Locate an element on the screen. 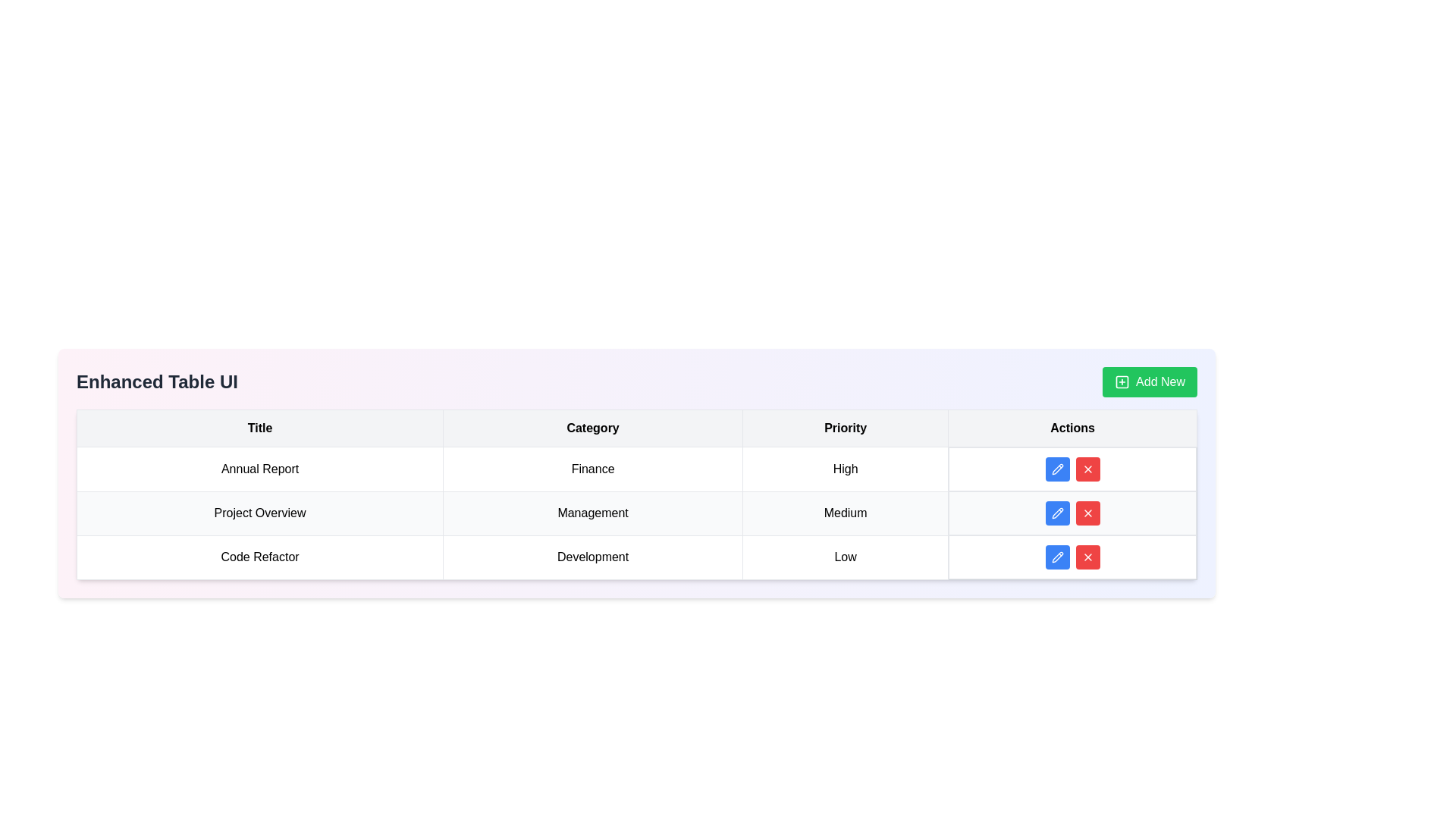 The height and width of the screenshot is (819, 1456). the 'Low' priority level text label located in the third row of the table, positioned between the 'Development' label and the 'Actions' section is located at coordinates (845, 557).